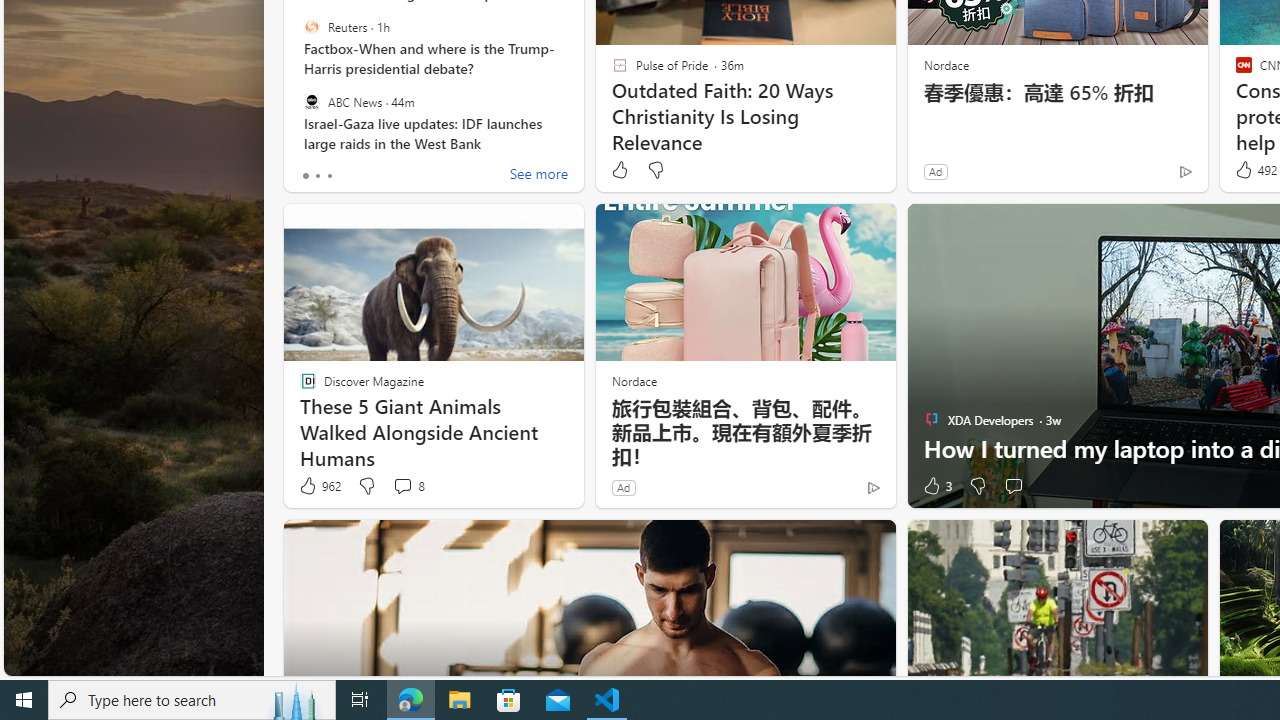 The image size is (1280, 720). What do you see at coordinates (407, 486) in the screenshot?
I see `'View comments 8 Comment'` at bounding box center [407, 486].